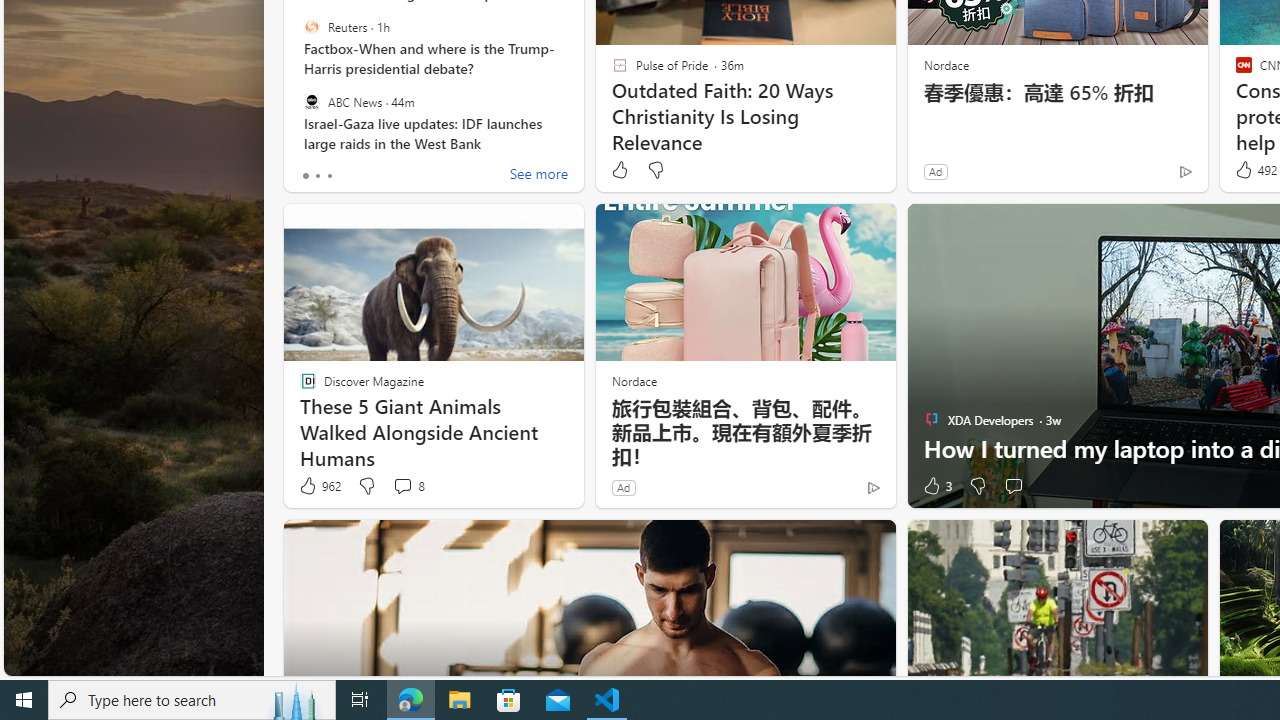 The image size is (1280, 720). What do you see at coordinates (407, 486) in the screenshot?
I see `'View comments 8 Comment'` at bounding box center [407, 486].